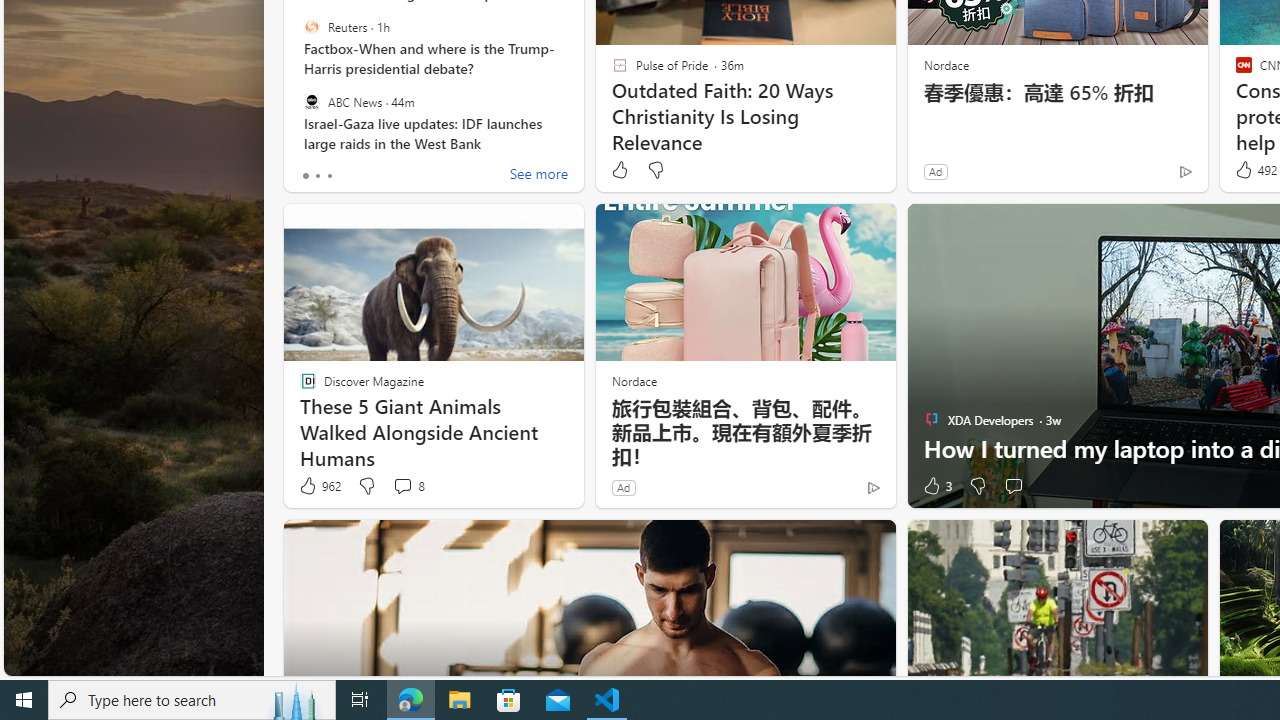 The image size is (1280, 720). What do you see at coordinates (407, 486) in the screenshot?
I see `'View comments 8 Comment'` at bounding box center [407, 486].